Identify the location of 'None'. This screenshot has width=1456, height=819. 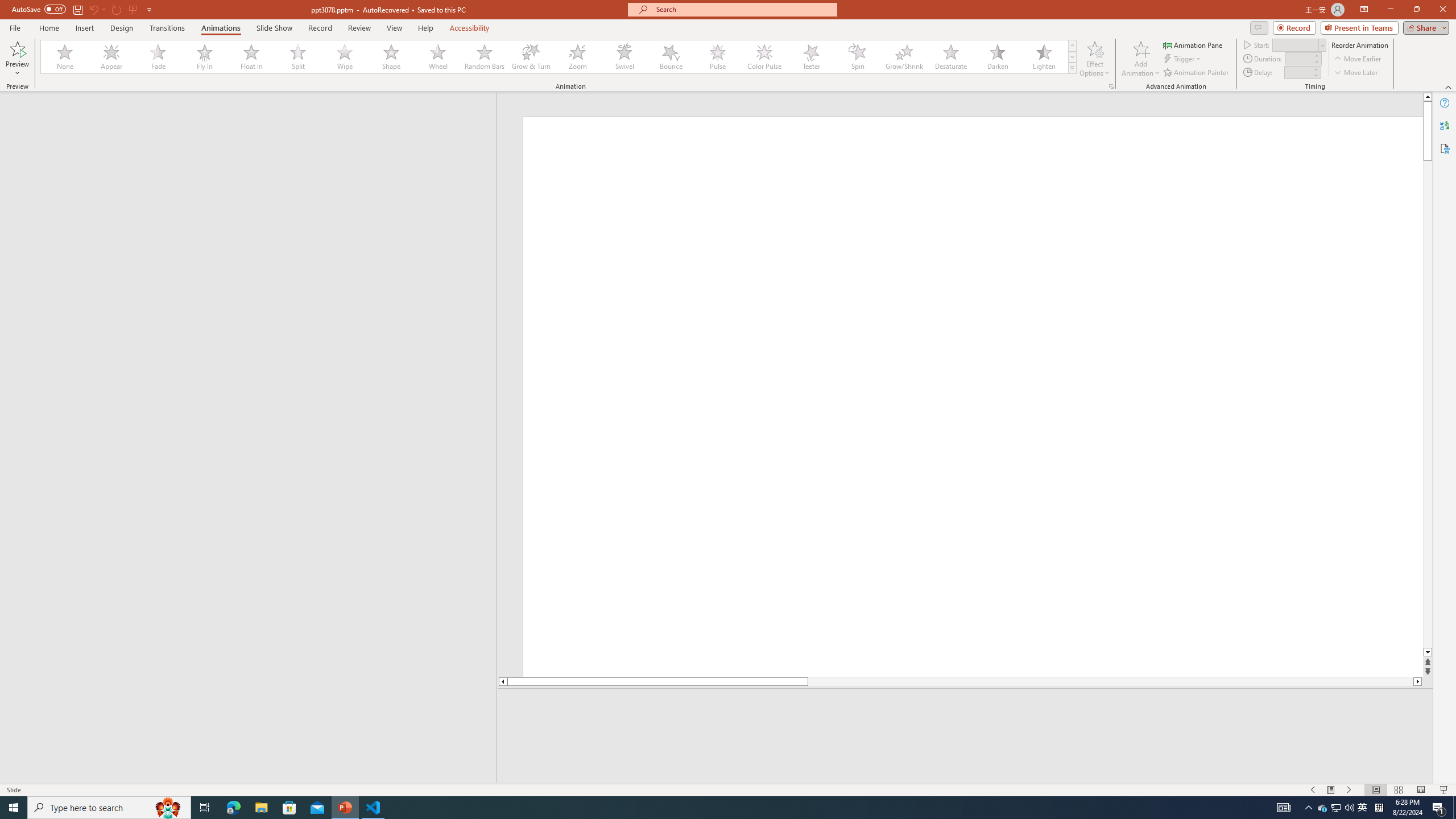
(65, 56).